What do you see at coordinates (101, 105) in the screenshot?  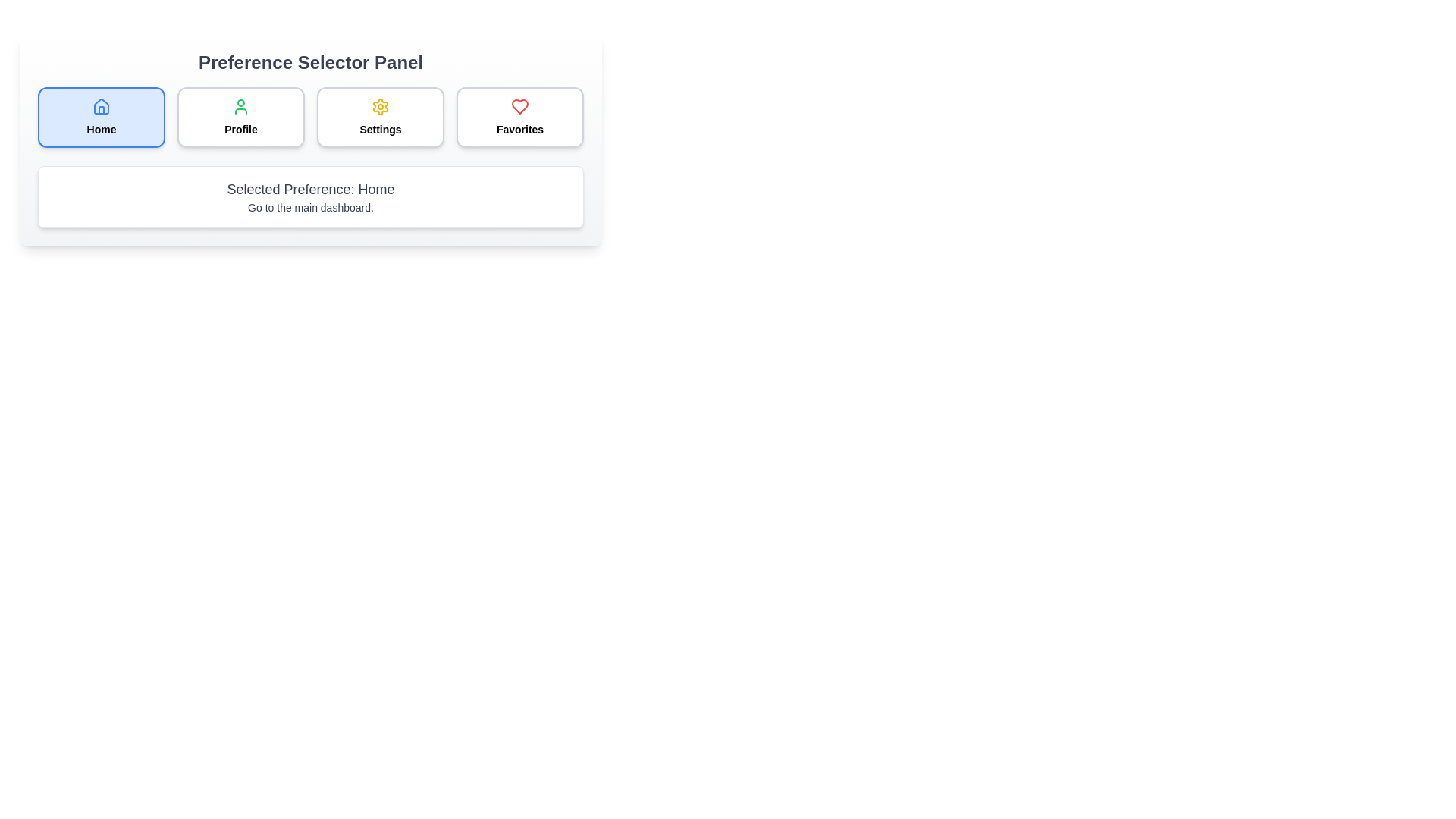 I see `the house icon within the 'Home' button at the top left of the interface` at bounding box center [101, 105].